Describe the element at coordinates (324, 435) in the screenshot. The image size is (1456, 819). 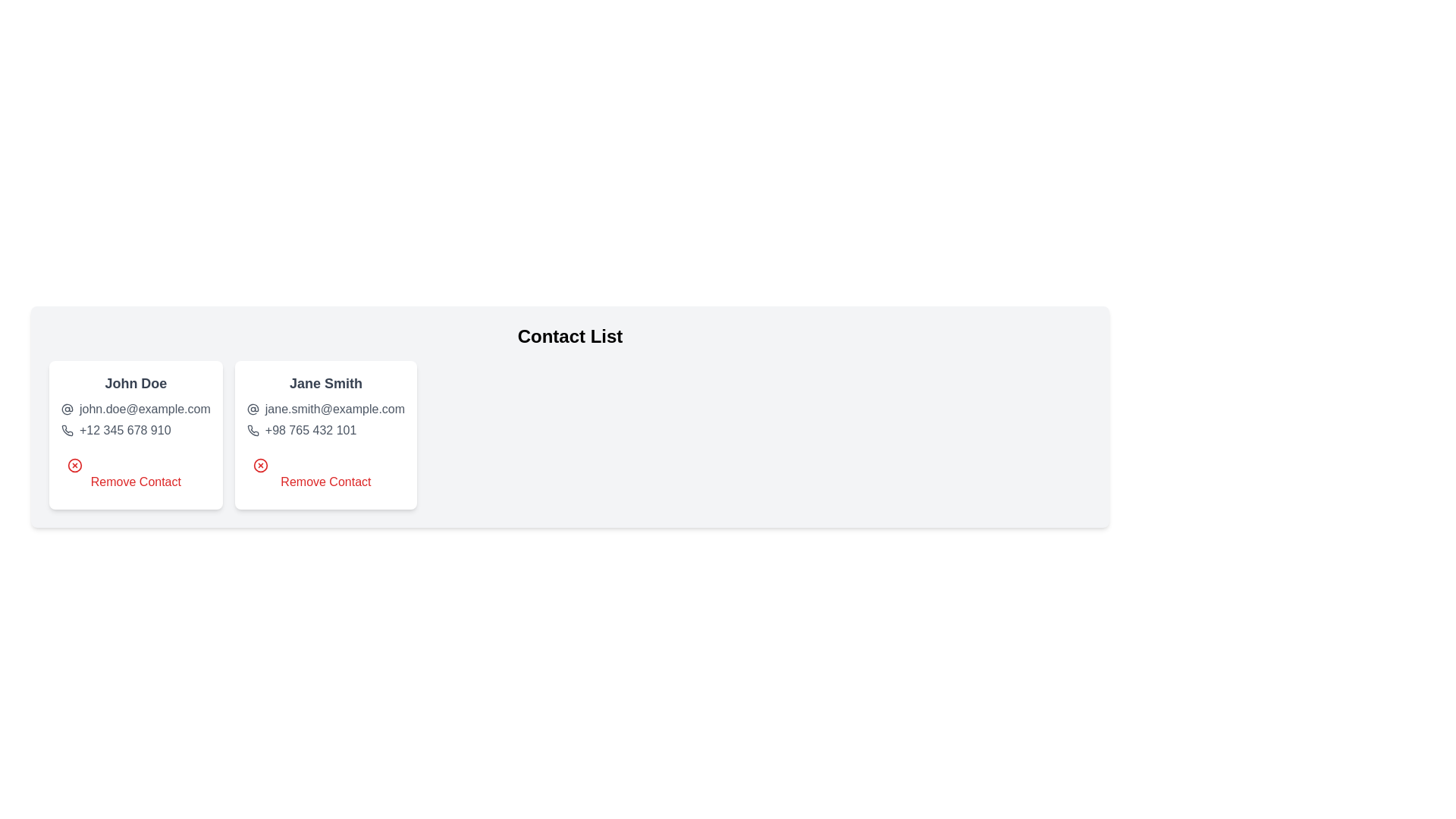
I see `the contact card of Jane Smith to open context menu options` at that location.